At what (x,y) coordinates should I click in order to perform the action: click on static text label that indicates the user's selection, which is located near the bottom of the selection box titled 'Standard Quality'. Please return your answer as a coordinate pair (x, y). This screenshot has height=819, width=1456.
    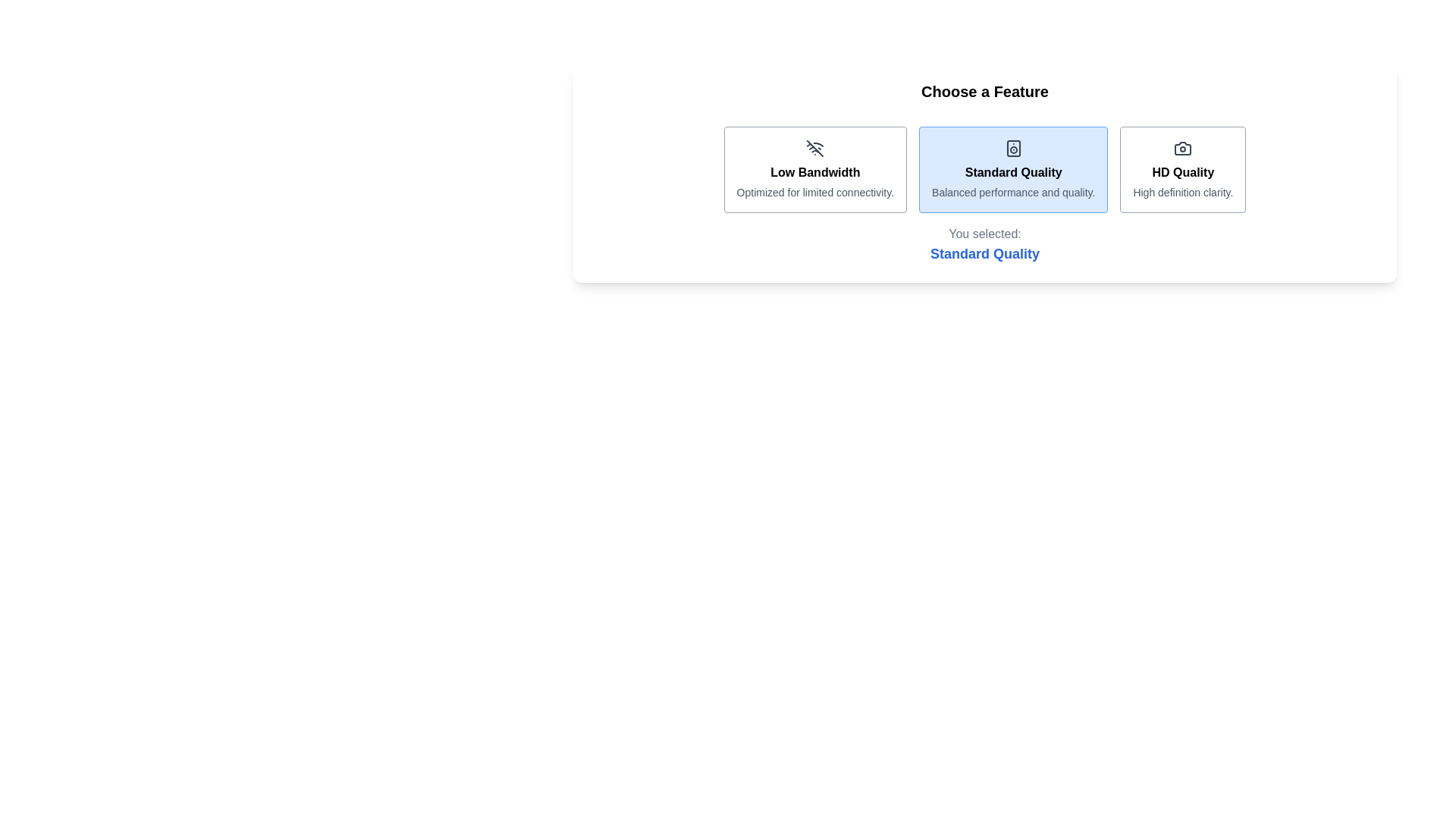
    Looking at the image, I should click on (985, 234).